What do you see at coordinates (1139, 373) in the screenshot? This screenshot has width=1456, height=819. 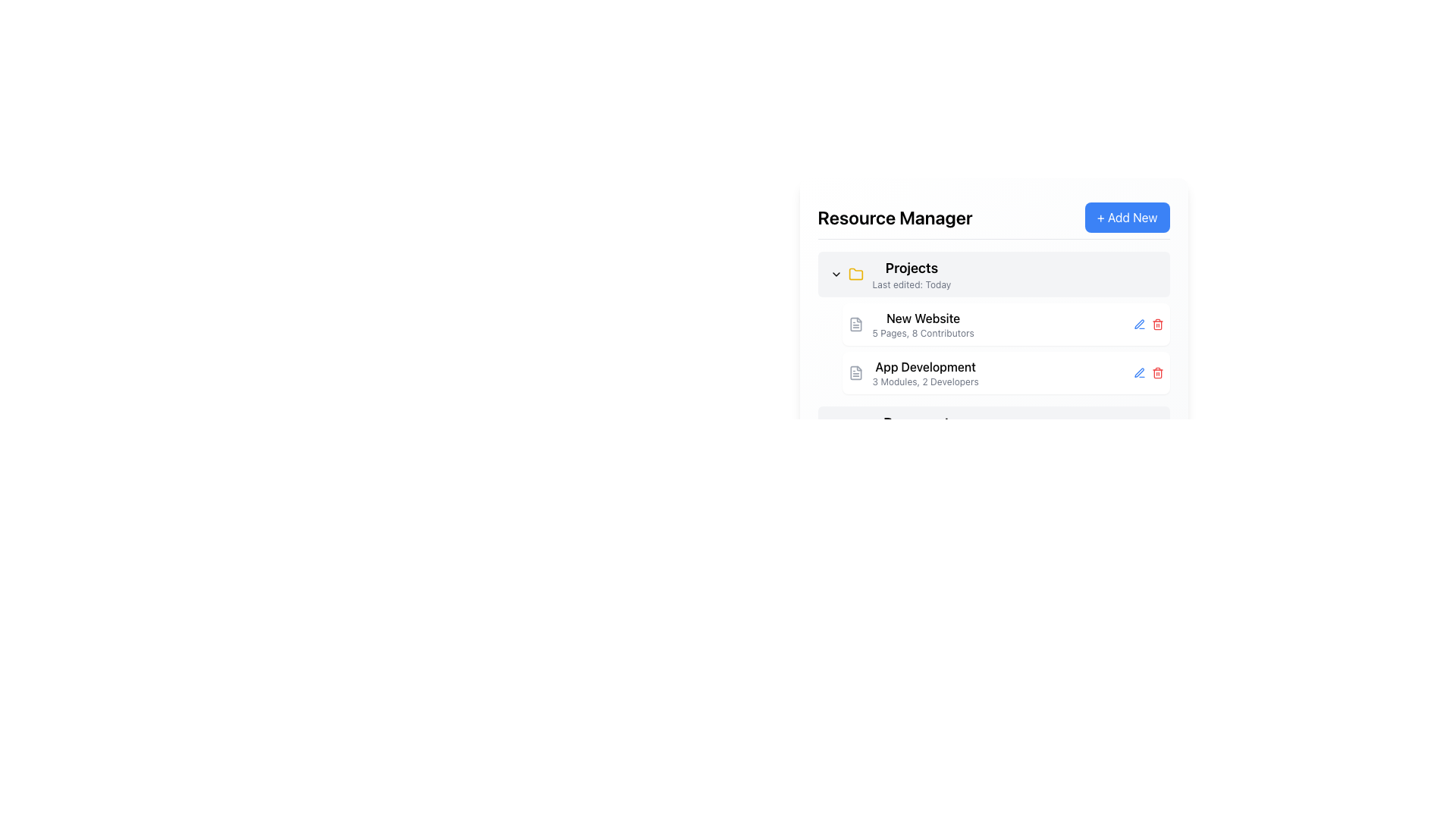 I see `the blue pen-shaped icon representing an edit action, which is the first icon in a horizontal group of icons to the left of a red trash bin icon` at bounding box center [1139, 373].